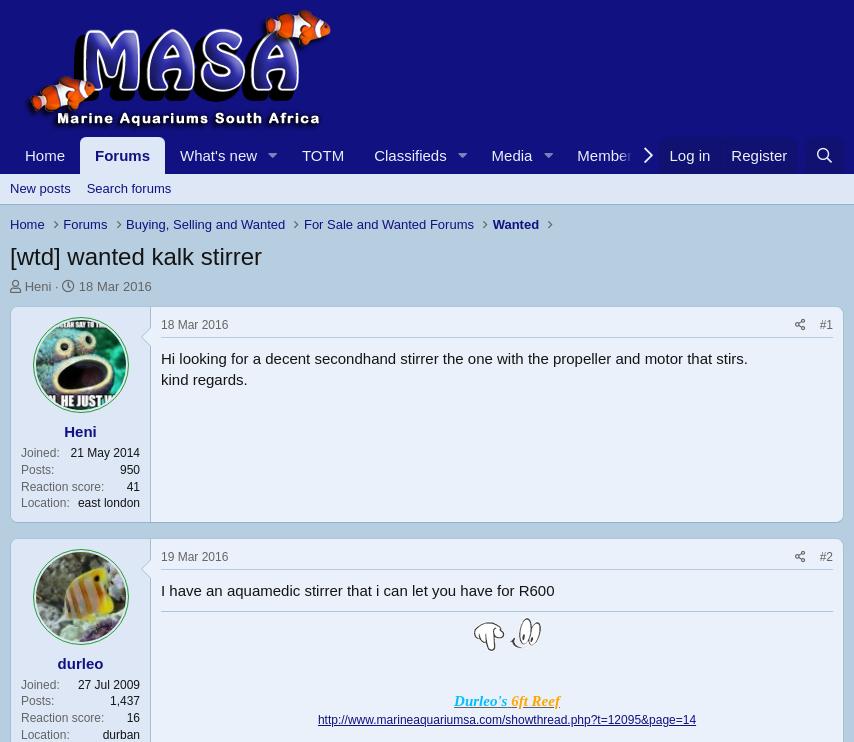 The image size is (854, 742). Describe the element at coordinates (489, 155) in the screenshot. I see `'Media'` at that location.